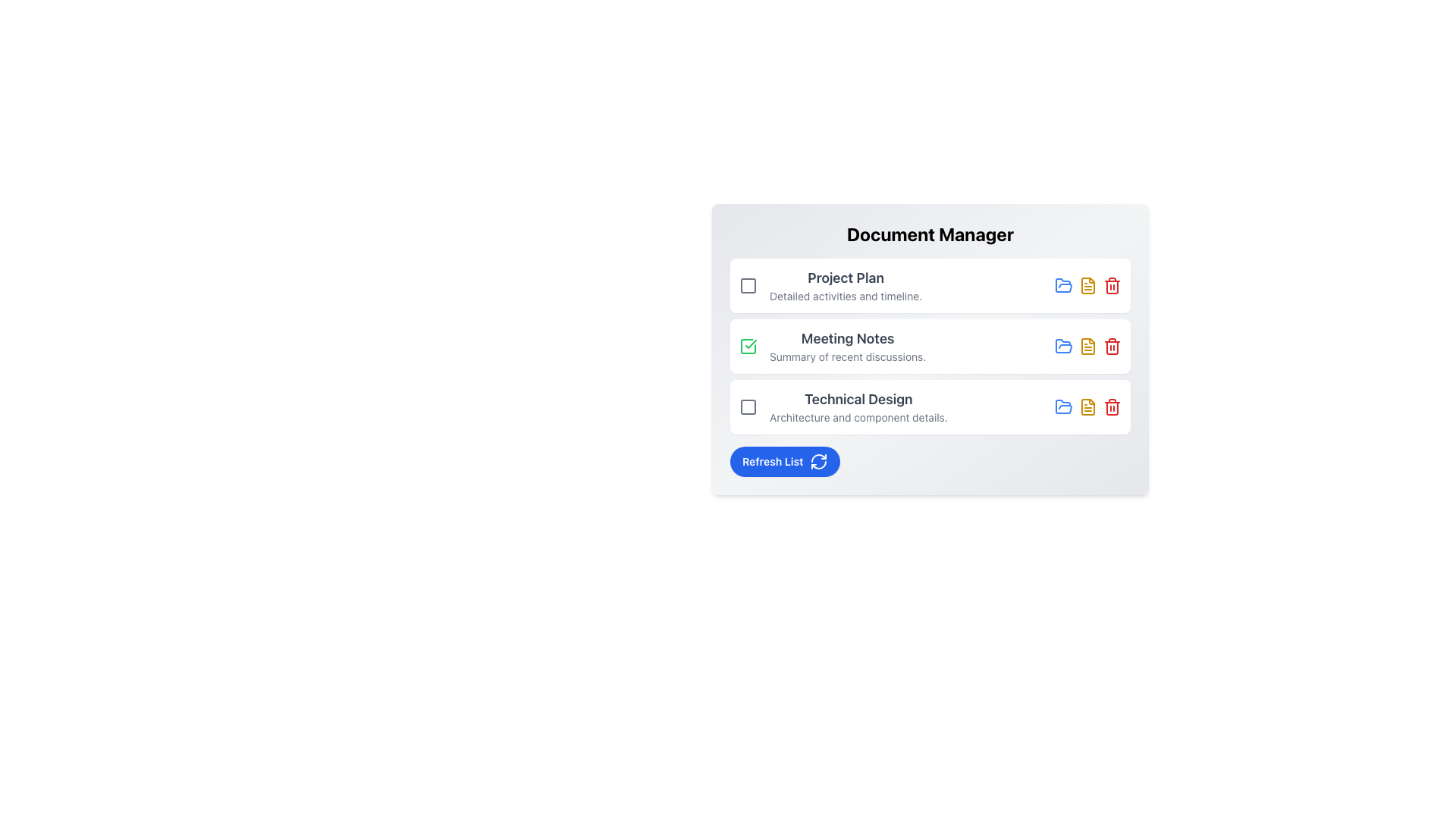  What do you see at coordinates (930, 346) in the screenshot?
I see `the title of the interactive list item representing 'Meeting Notes'` at bounding box center [930, 346].